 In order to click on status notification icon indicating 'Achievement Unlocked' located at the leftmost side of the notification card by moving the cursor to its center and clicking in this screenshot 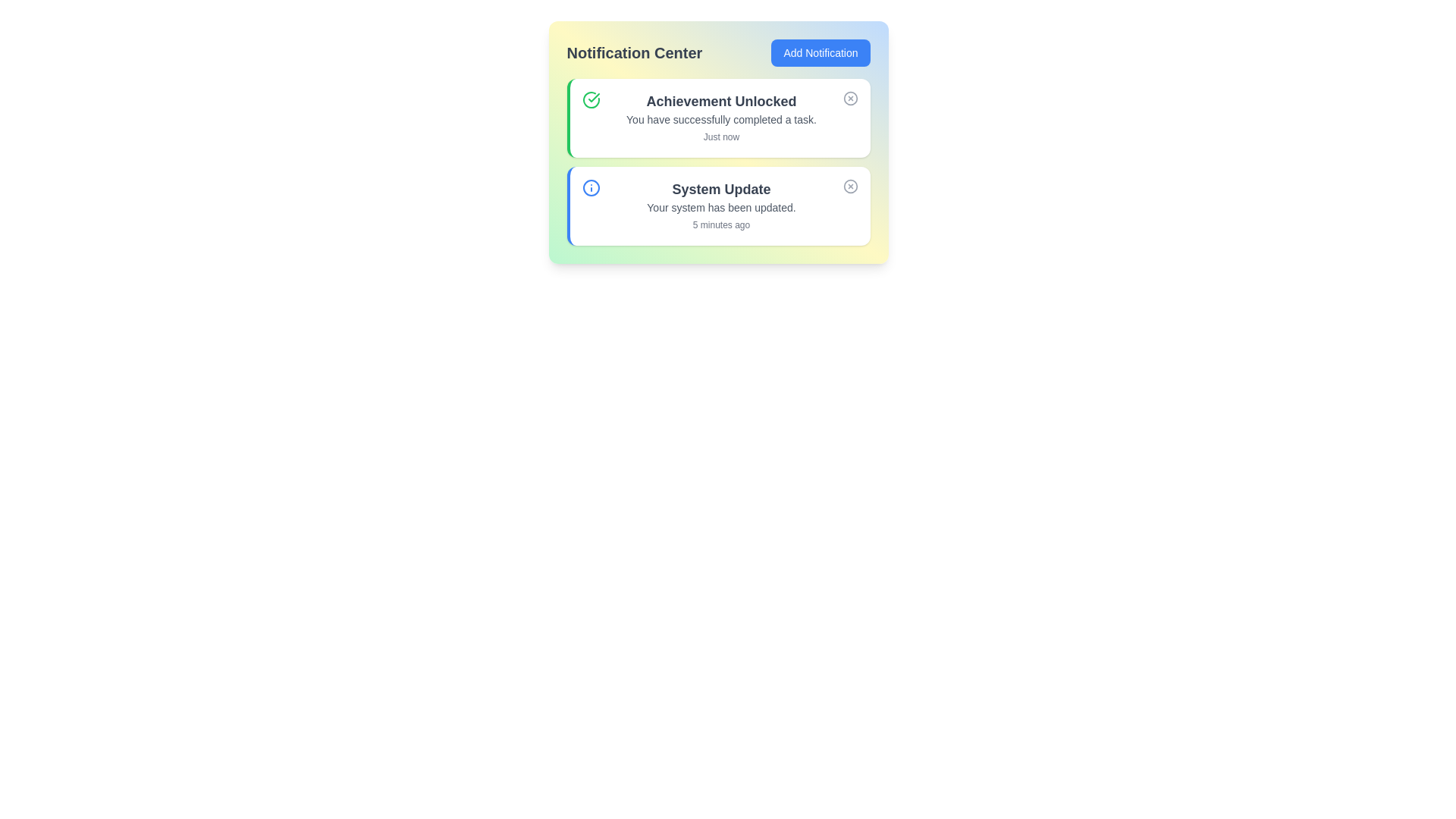, I will do `click(590, 99)`.